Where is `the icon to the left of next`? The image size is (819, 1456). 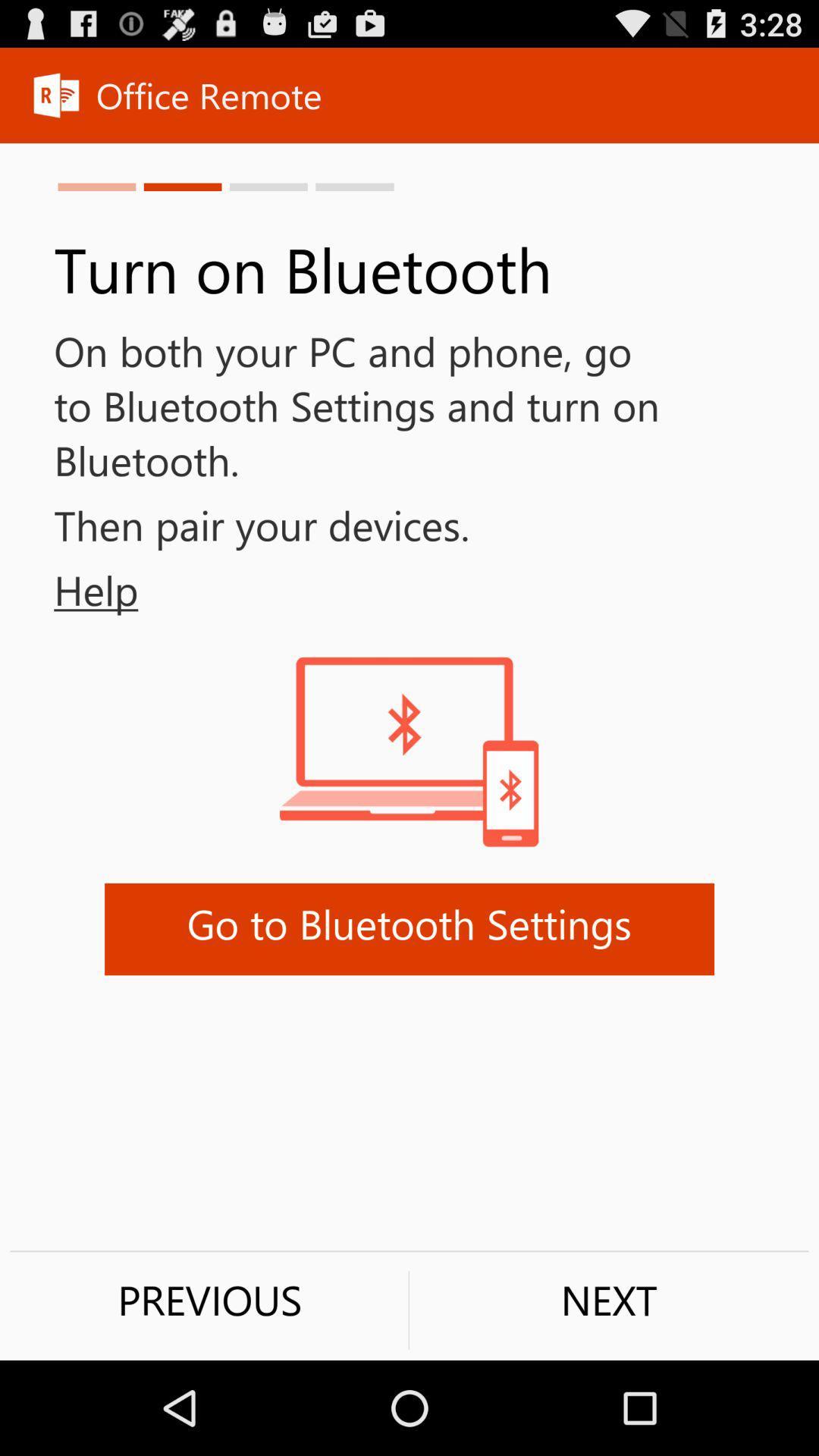 the icon to the left of next is located at coordinates (209, 1299).